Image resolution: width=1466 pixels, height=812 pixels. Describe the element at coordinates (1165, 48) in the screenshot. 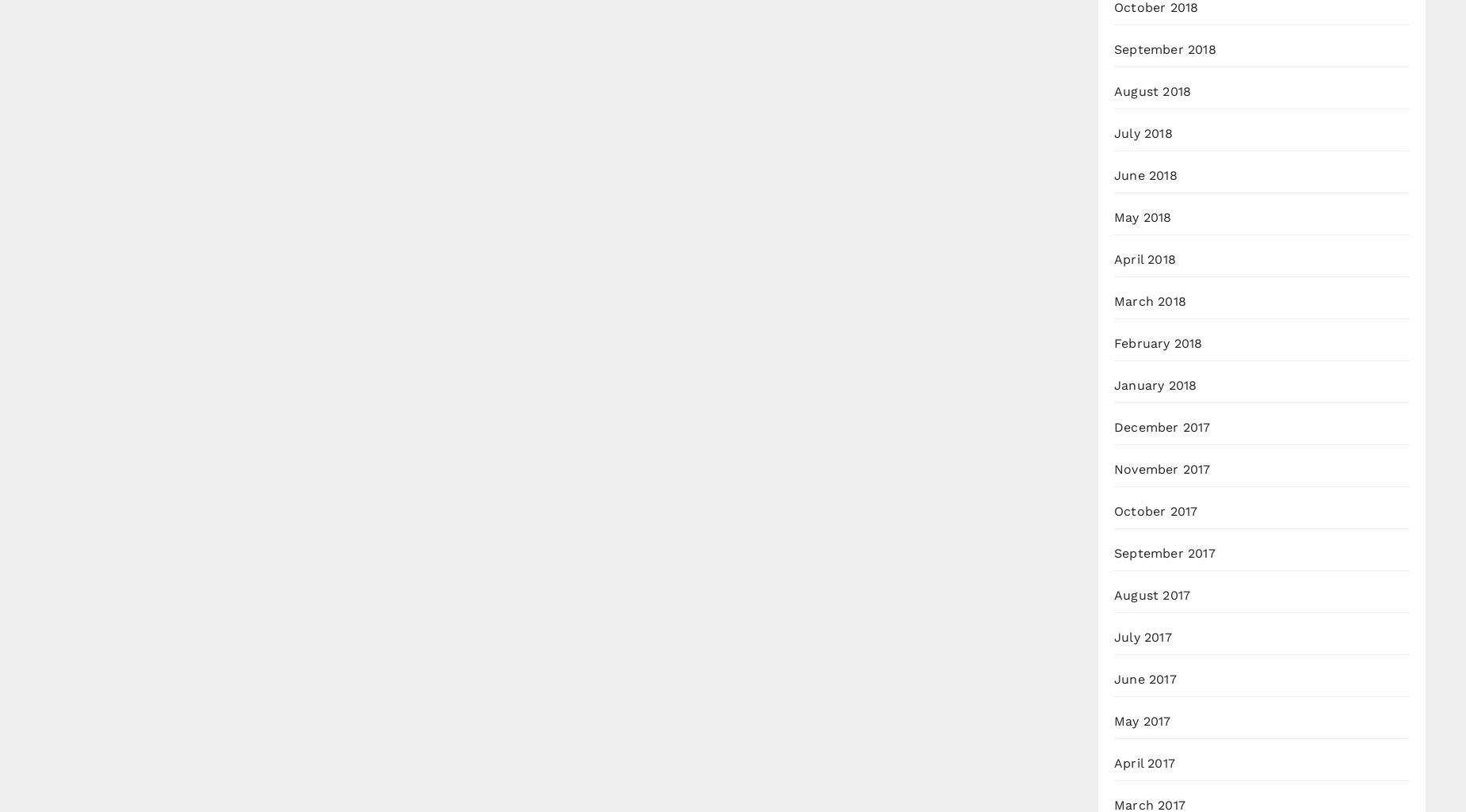

I see `'September 2018'` at that location.